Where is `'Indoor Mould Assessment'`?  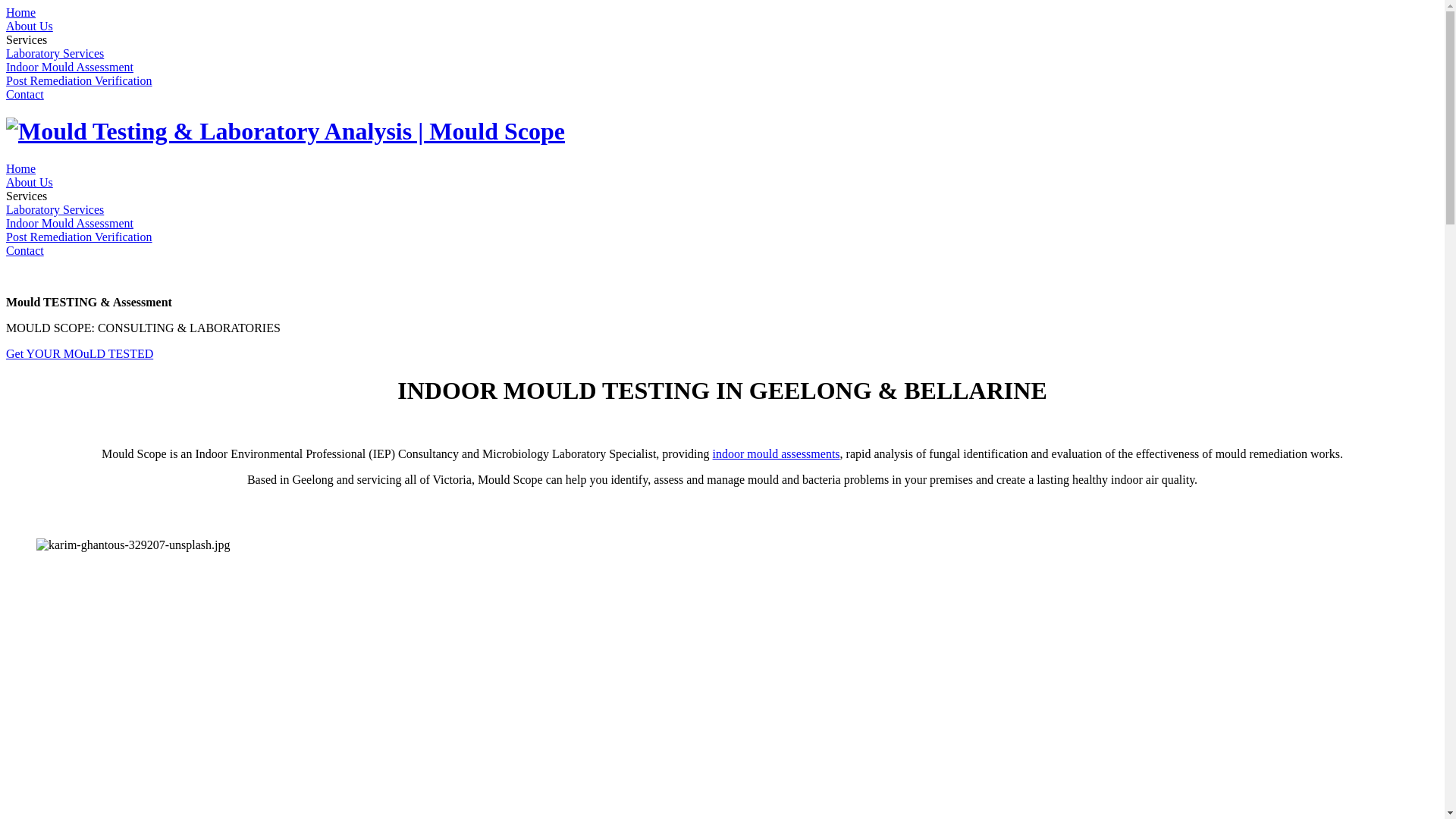 'Indoor Mould Assessment' is located at coordinates (68, 223).